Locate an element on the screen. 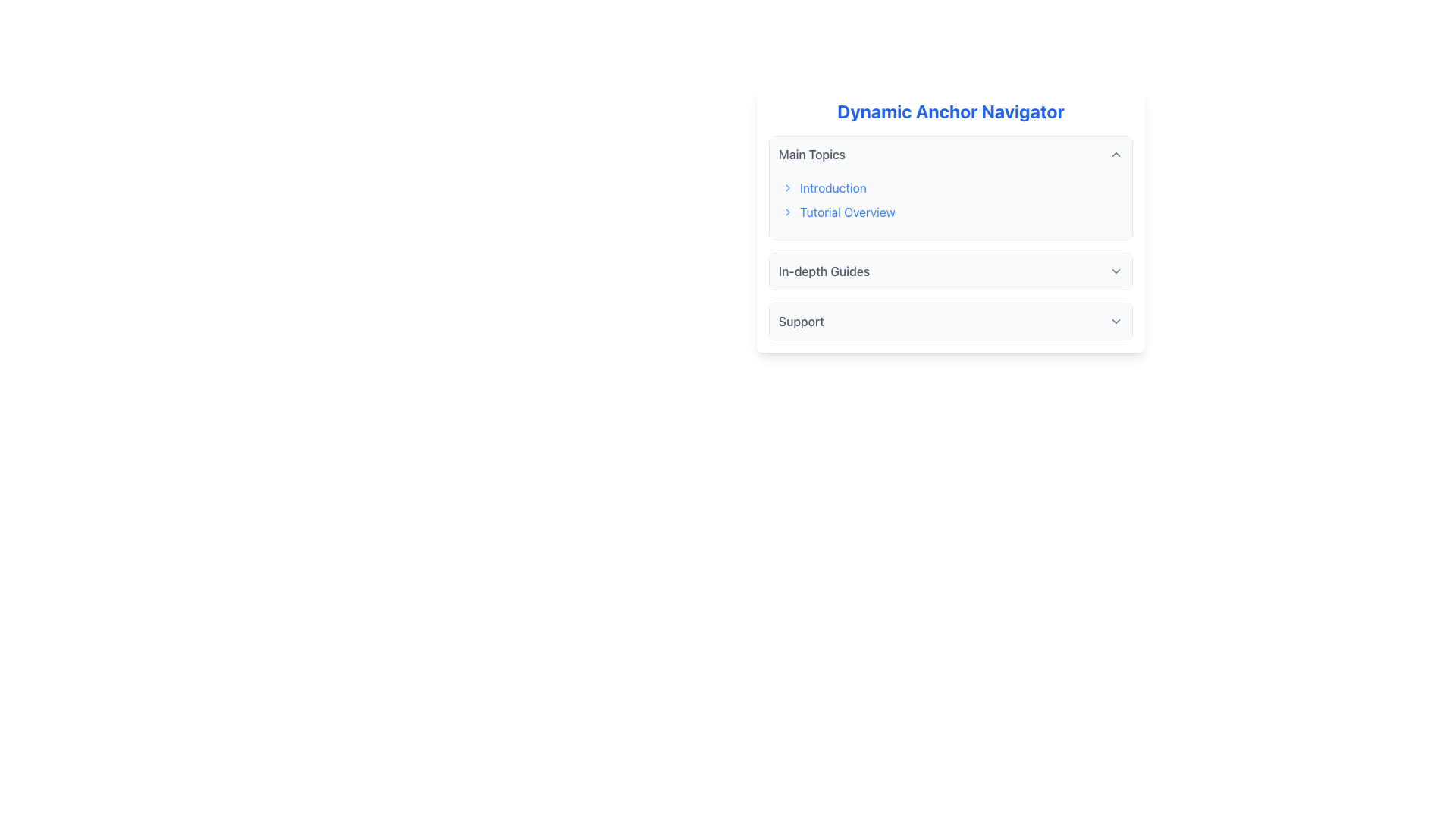  the 'Support' text label located in the 'Dynamic Anchor Navigator' under 'In-depth Guides', positioned in the bottom-right part of the navigation interface is located at coordinates (800, 321).